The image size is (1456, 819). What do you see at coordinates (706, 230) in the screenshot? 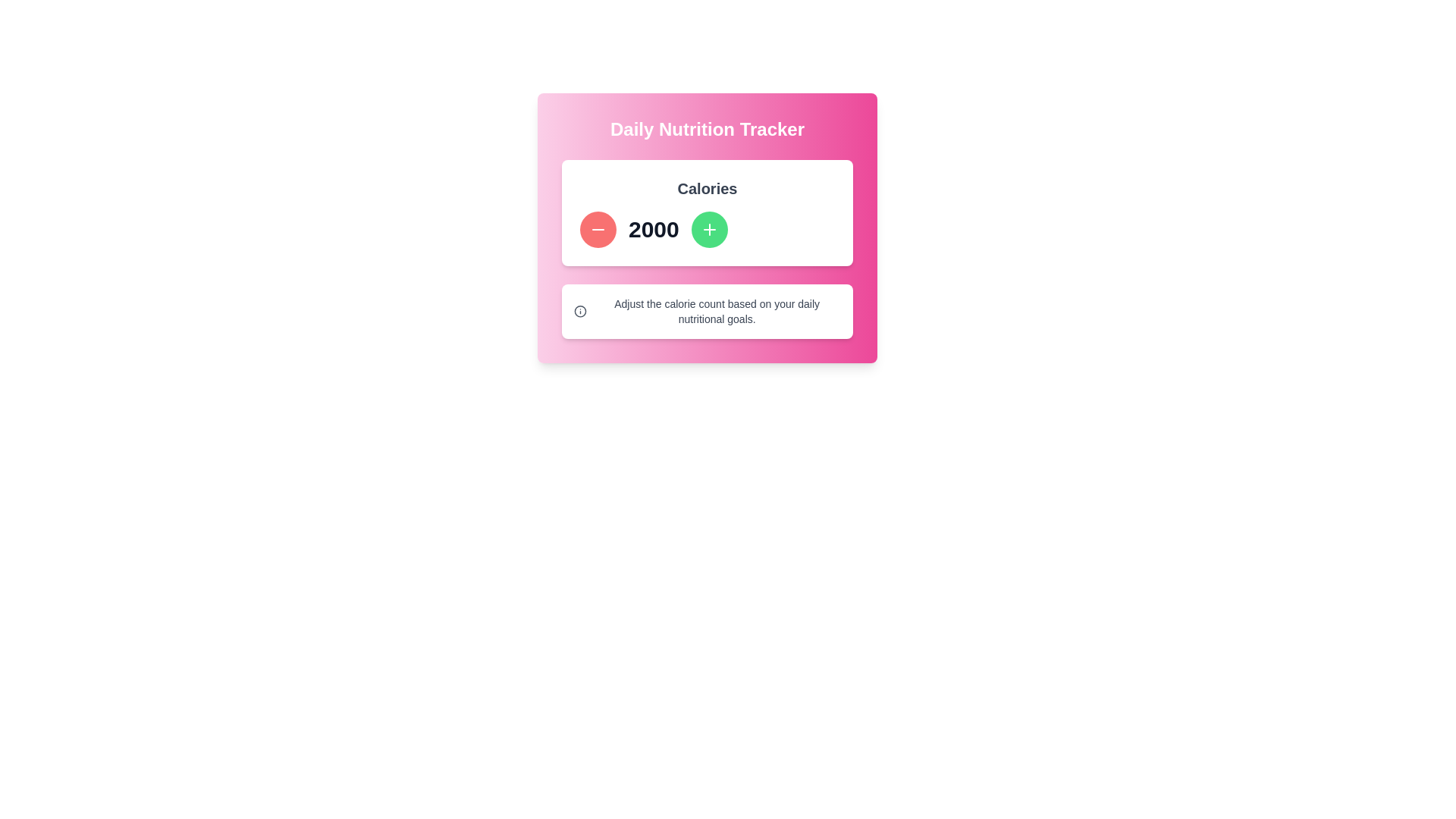
I see `the green '+' button located to the right of the central numerical display showing '2000' in bold black text to increase the value` at bounding box center [706, 230].